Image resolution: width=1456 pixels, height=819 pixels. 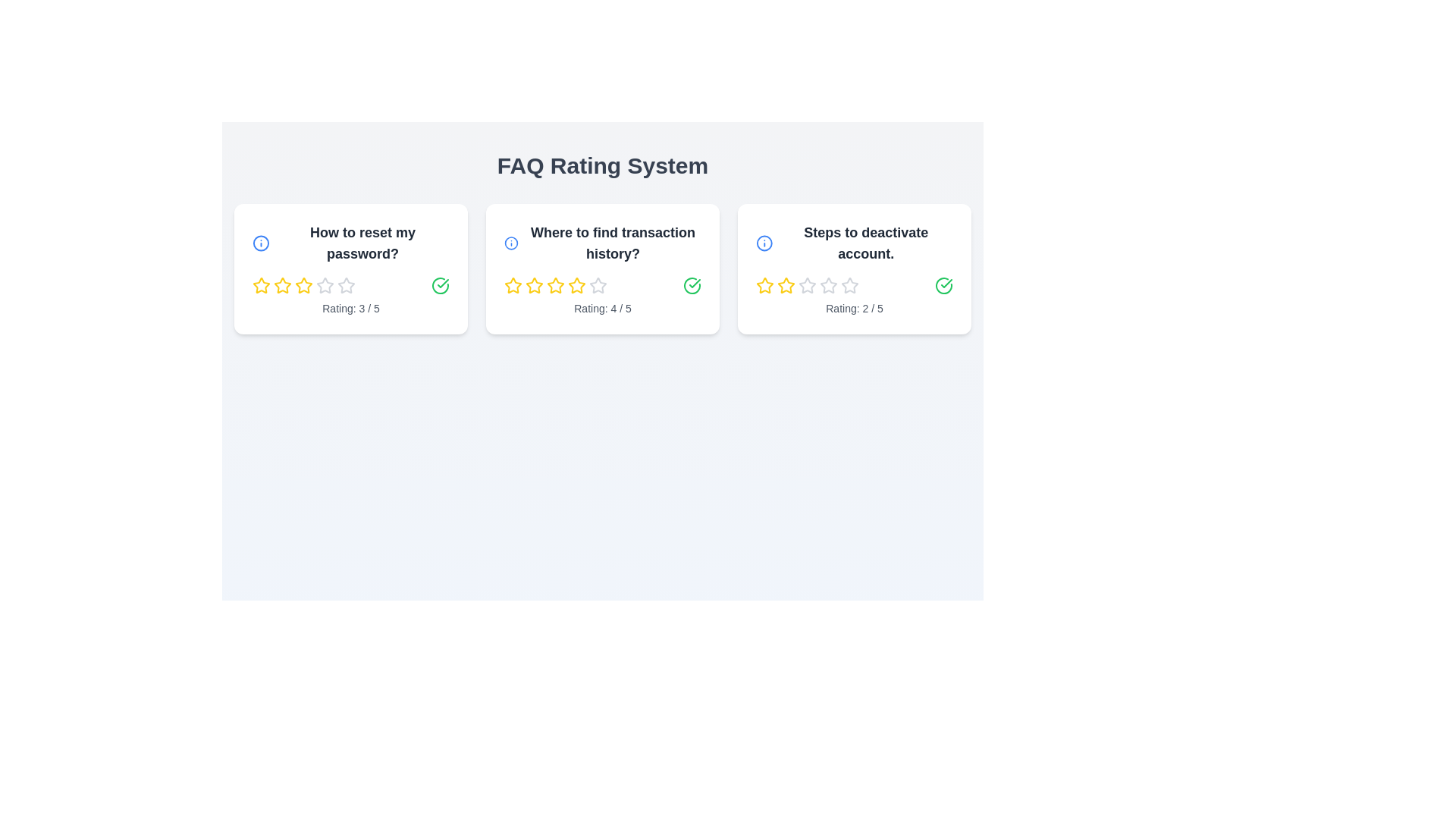 I want to click on the FAQ card with the question 'How to reset my password?', so click(x=350, y=268).